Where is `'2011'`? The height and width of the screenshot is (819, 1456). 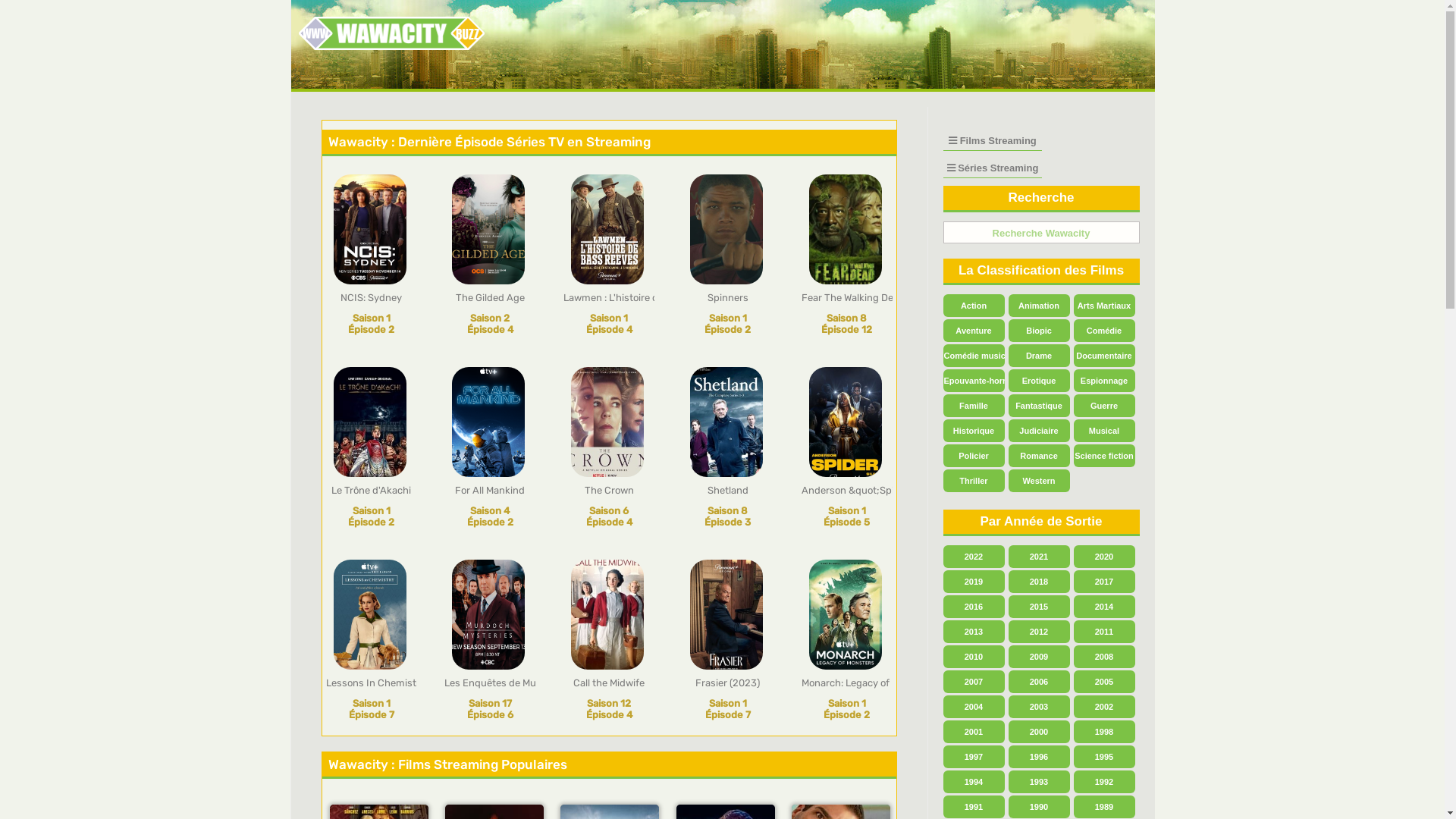
'2011' is located at coordinates (1104, 632).